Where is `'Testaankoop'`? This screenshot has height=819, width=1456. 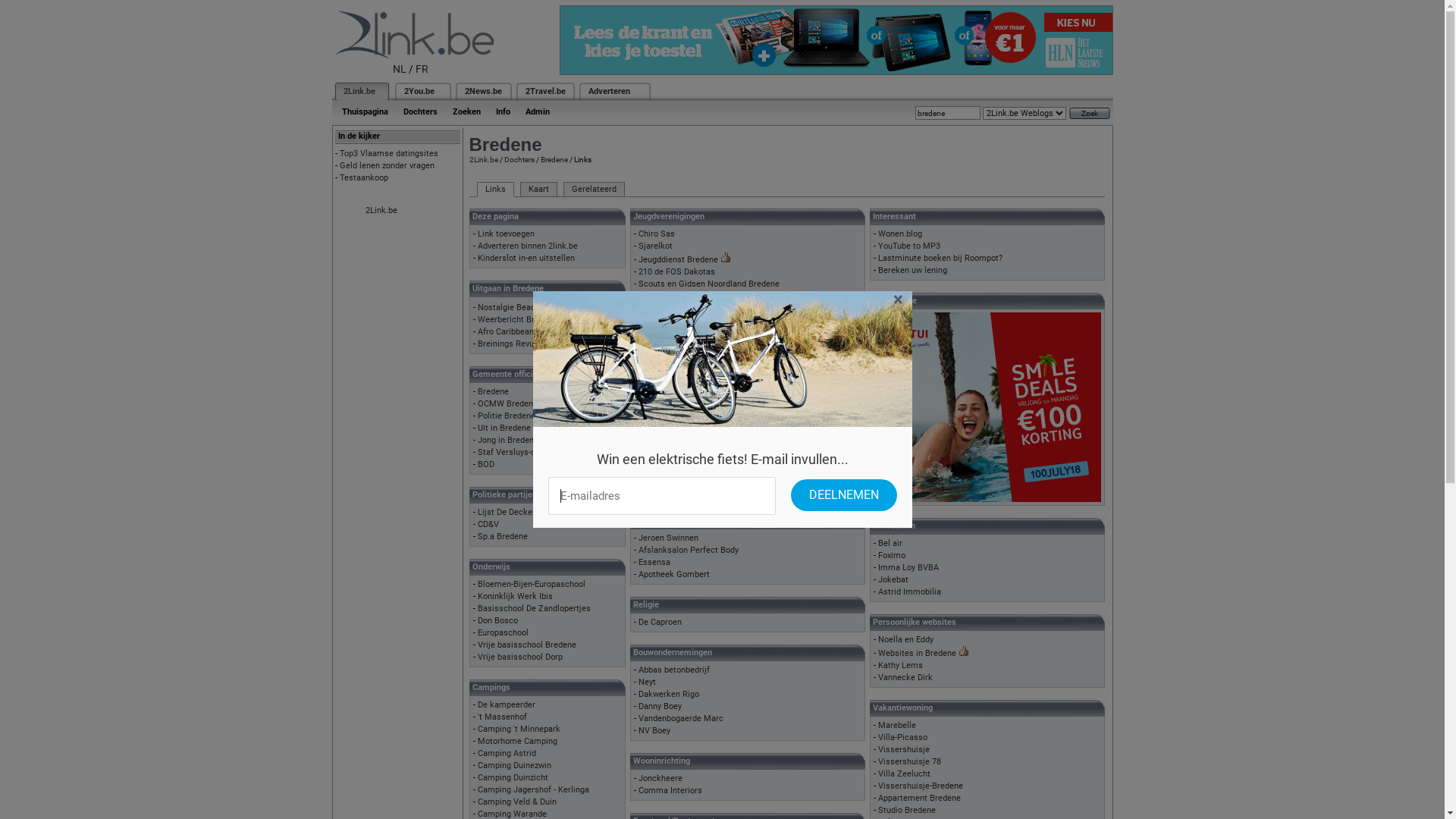
'Testaankoop' is located at coordinates (338, 177).